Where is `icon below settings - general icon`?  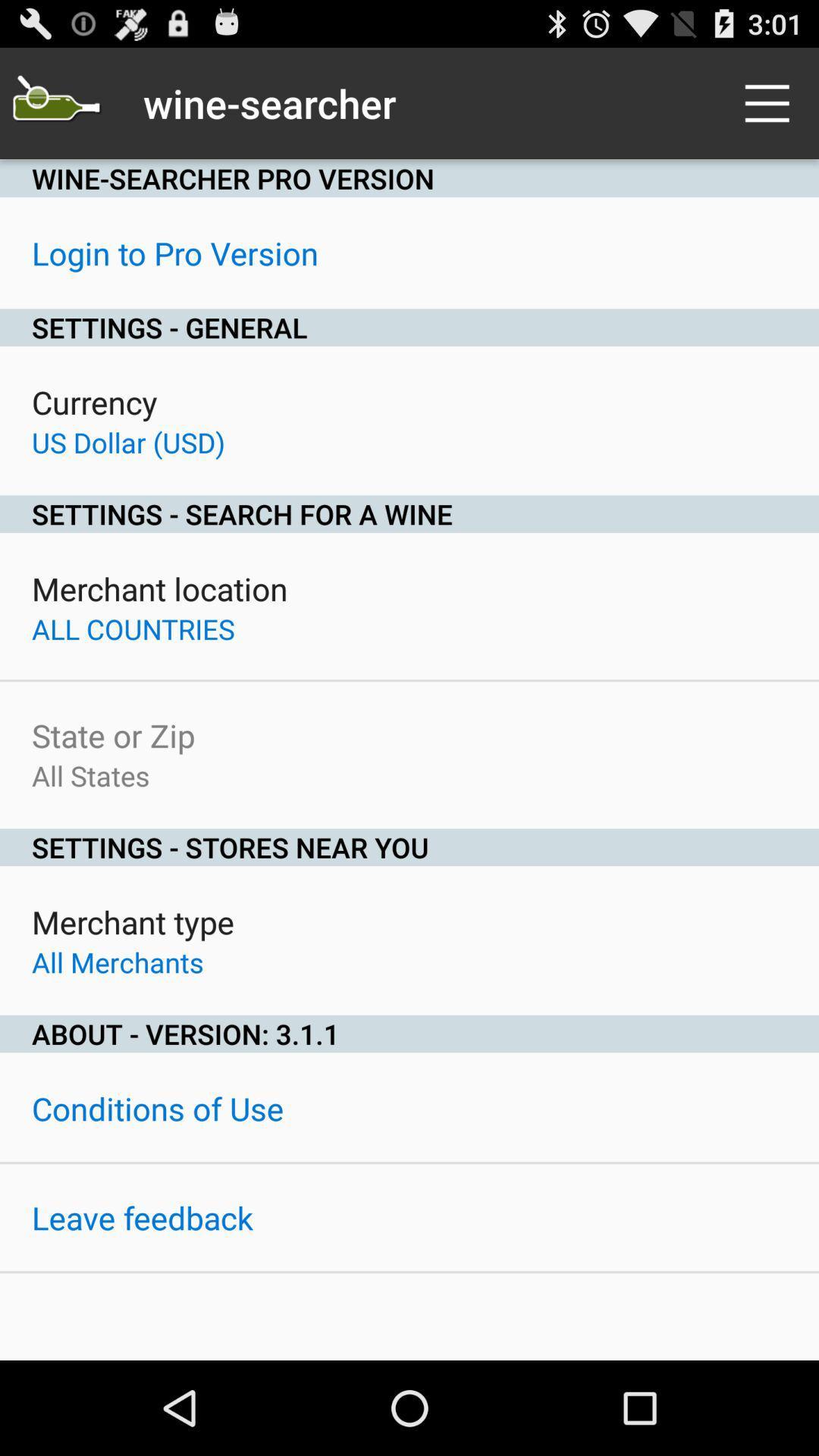
icon below settings - general icon is located at coordinates (94, 402).